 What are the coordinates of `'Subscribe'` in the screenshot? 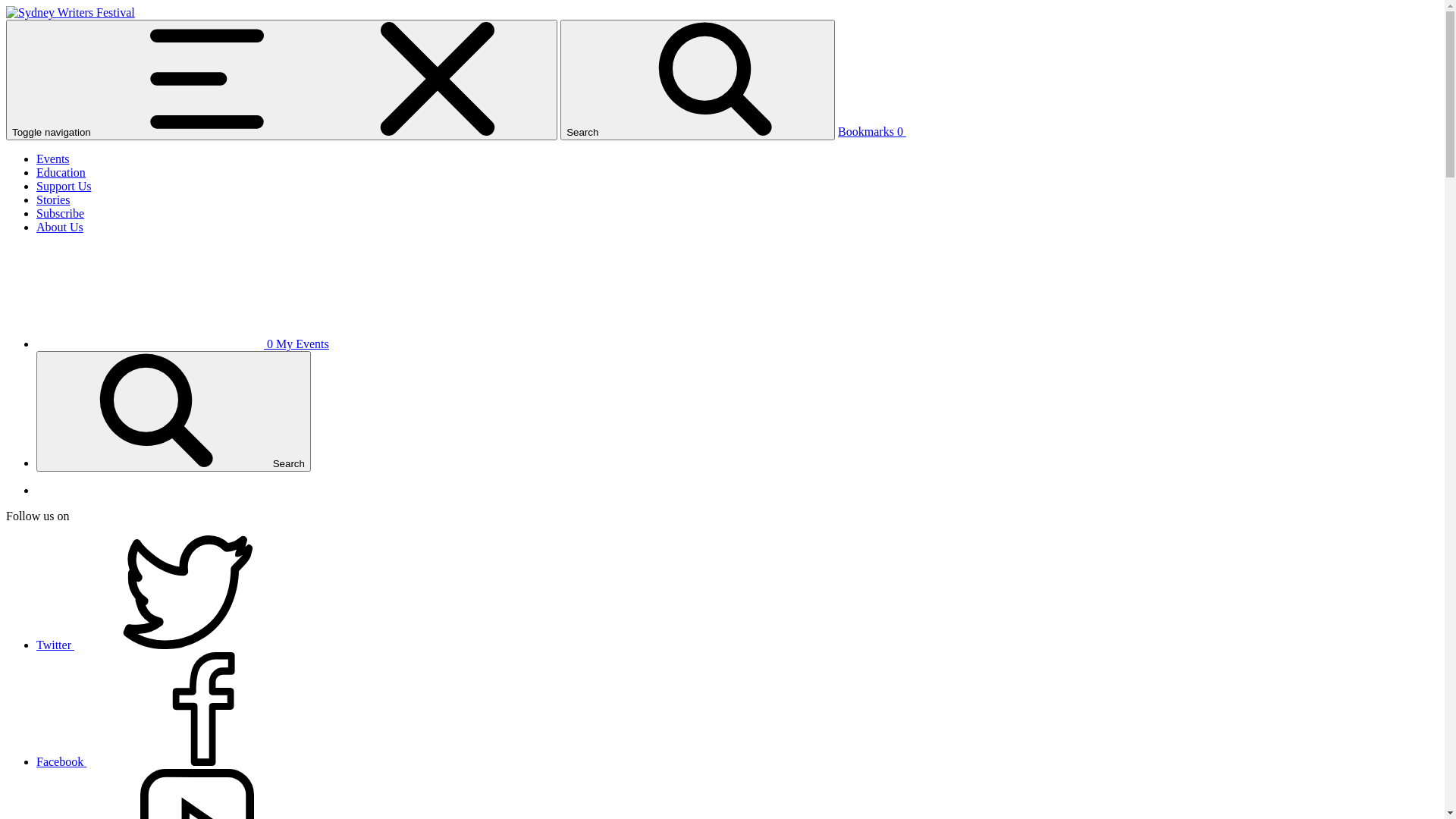 It's located at (60, 213).